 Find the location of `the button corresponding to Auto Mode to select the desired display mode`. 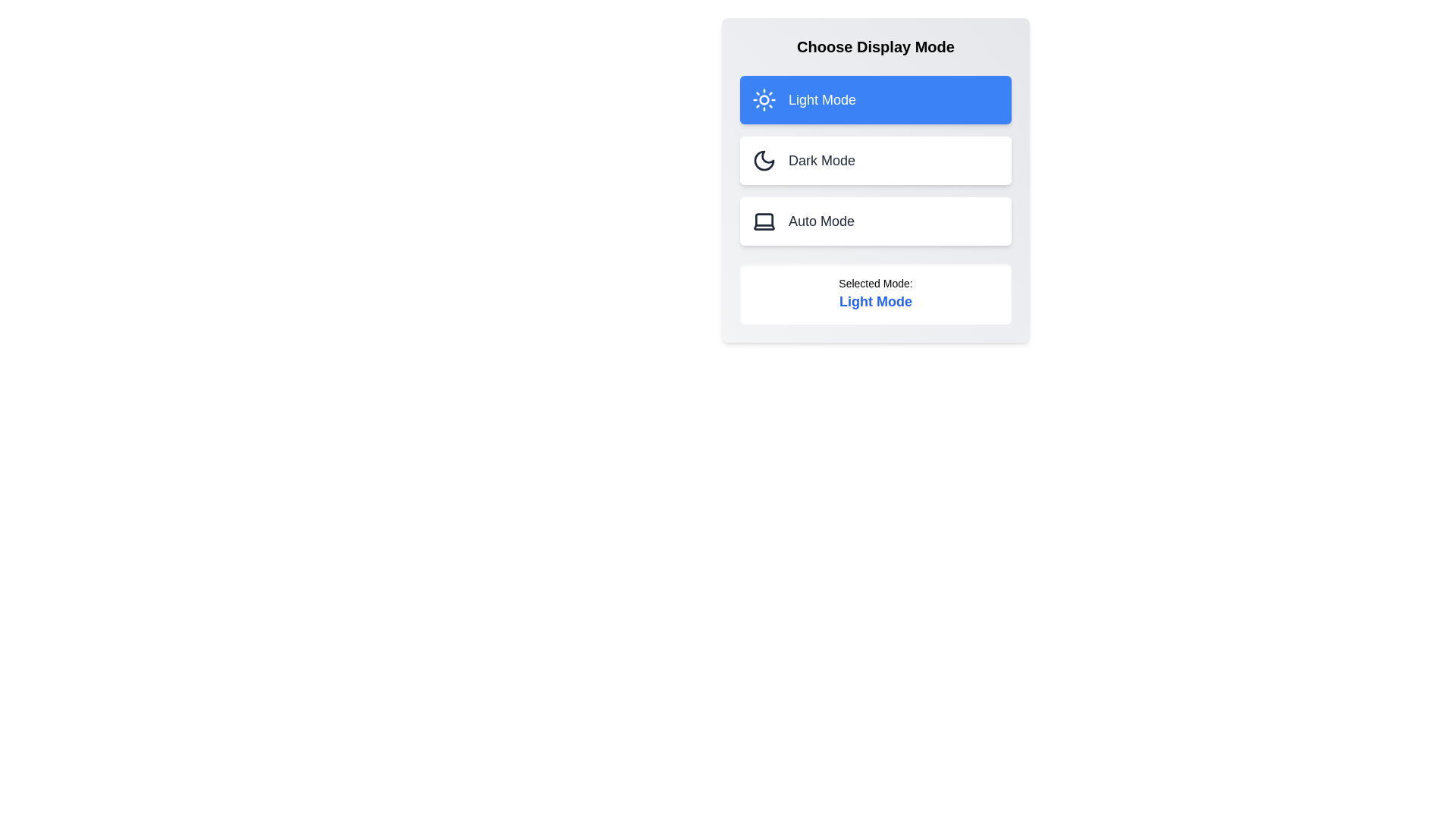

the button corresponding to Auto Mode to select the desired display mode is located at coordinates (876, 221).